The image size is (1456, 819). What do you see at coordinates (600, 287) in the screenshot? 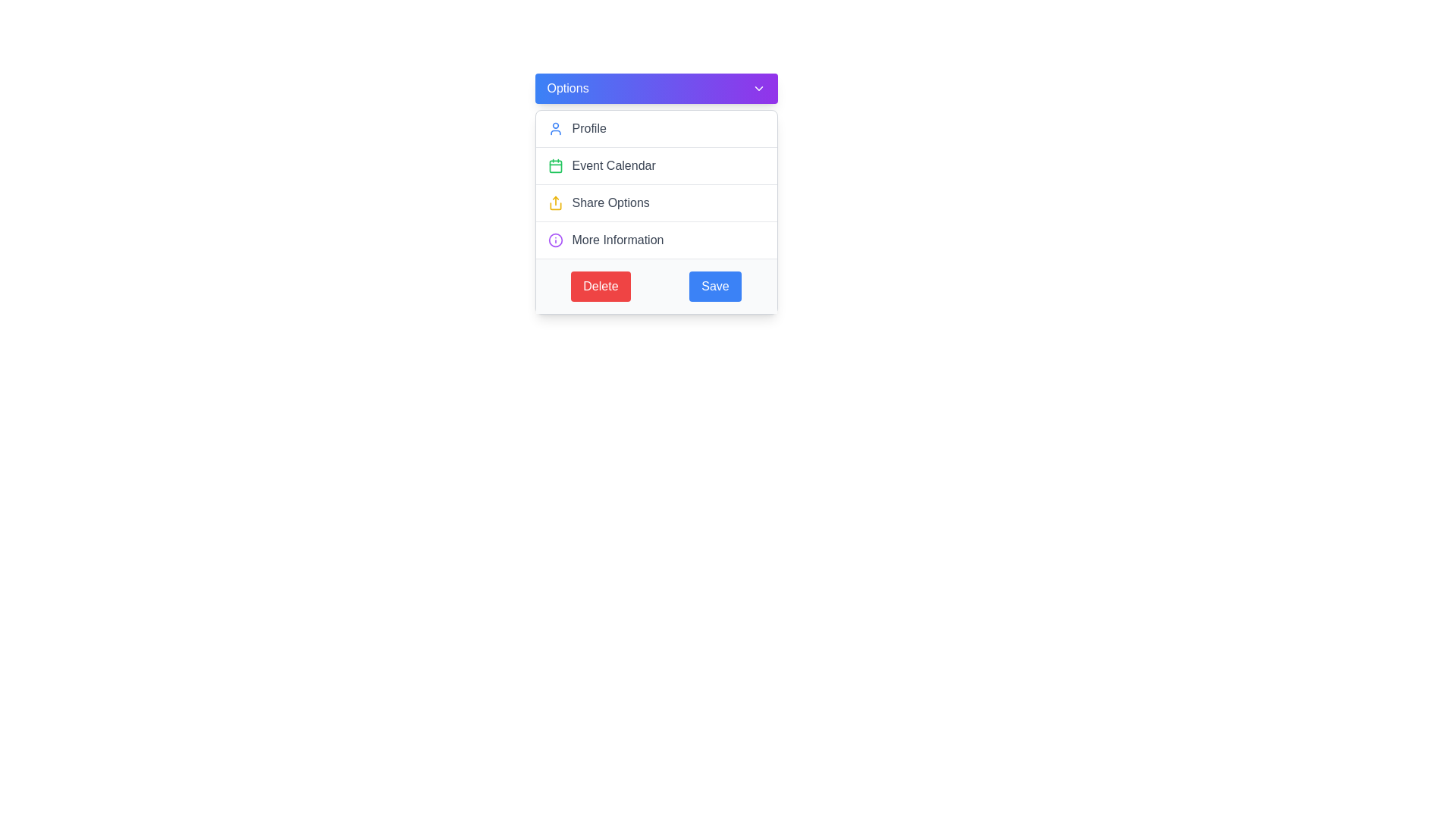
I see `the 'Delete' button` at bounding box center [600, 287].